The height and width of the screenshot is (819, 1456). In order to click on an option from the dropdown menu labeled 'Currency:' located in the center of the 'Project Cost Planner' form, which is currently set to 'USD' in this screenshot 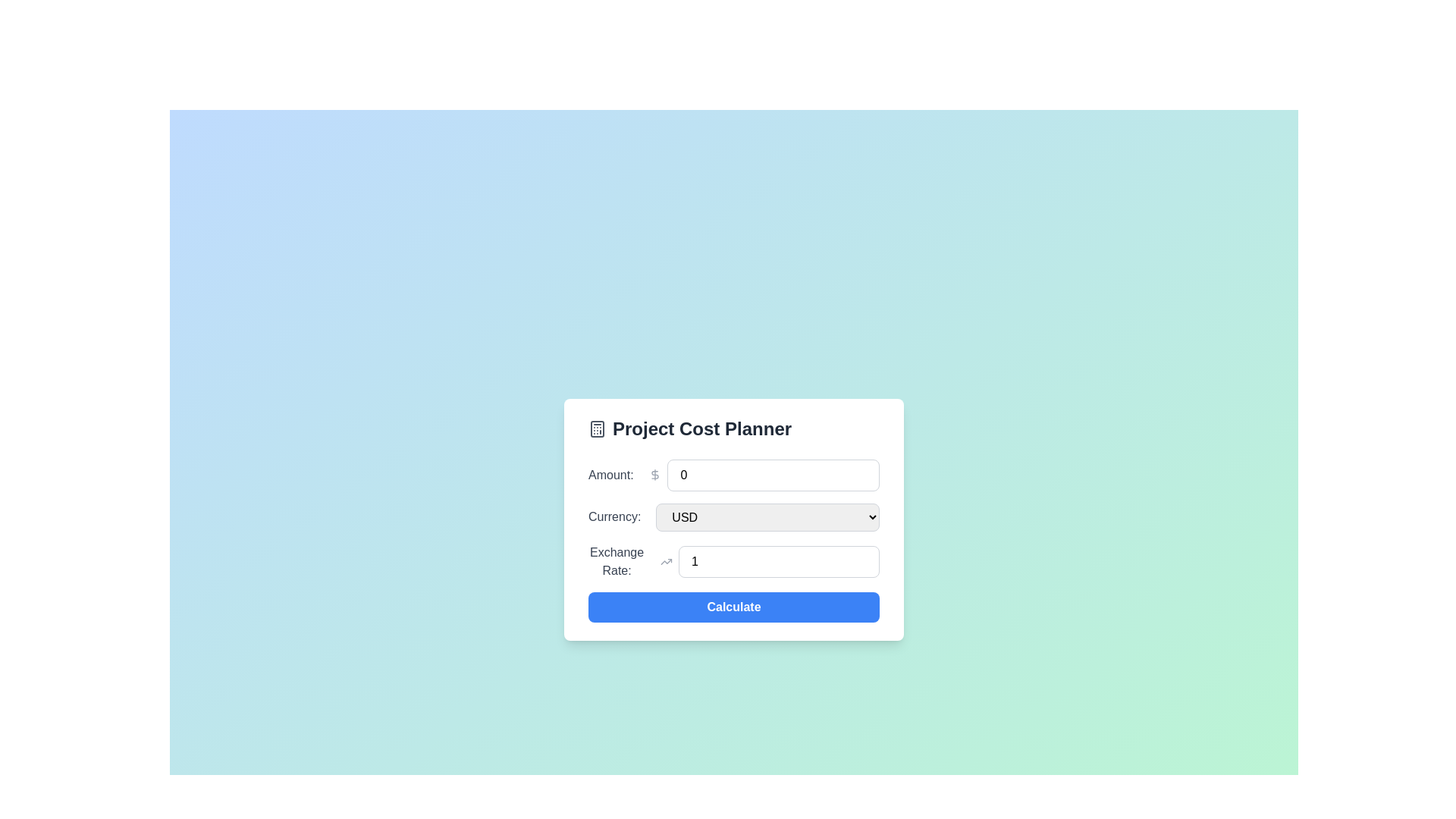, I will do `click(767, 516)`.